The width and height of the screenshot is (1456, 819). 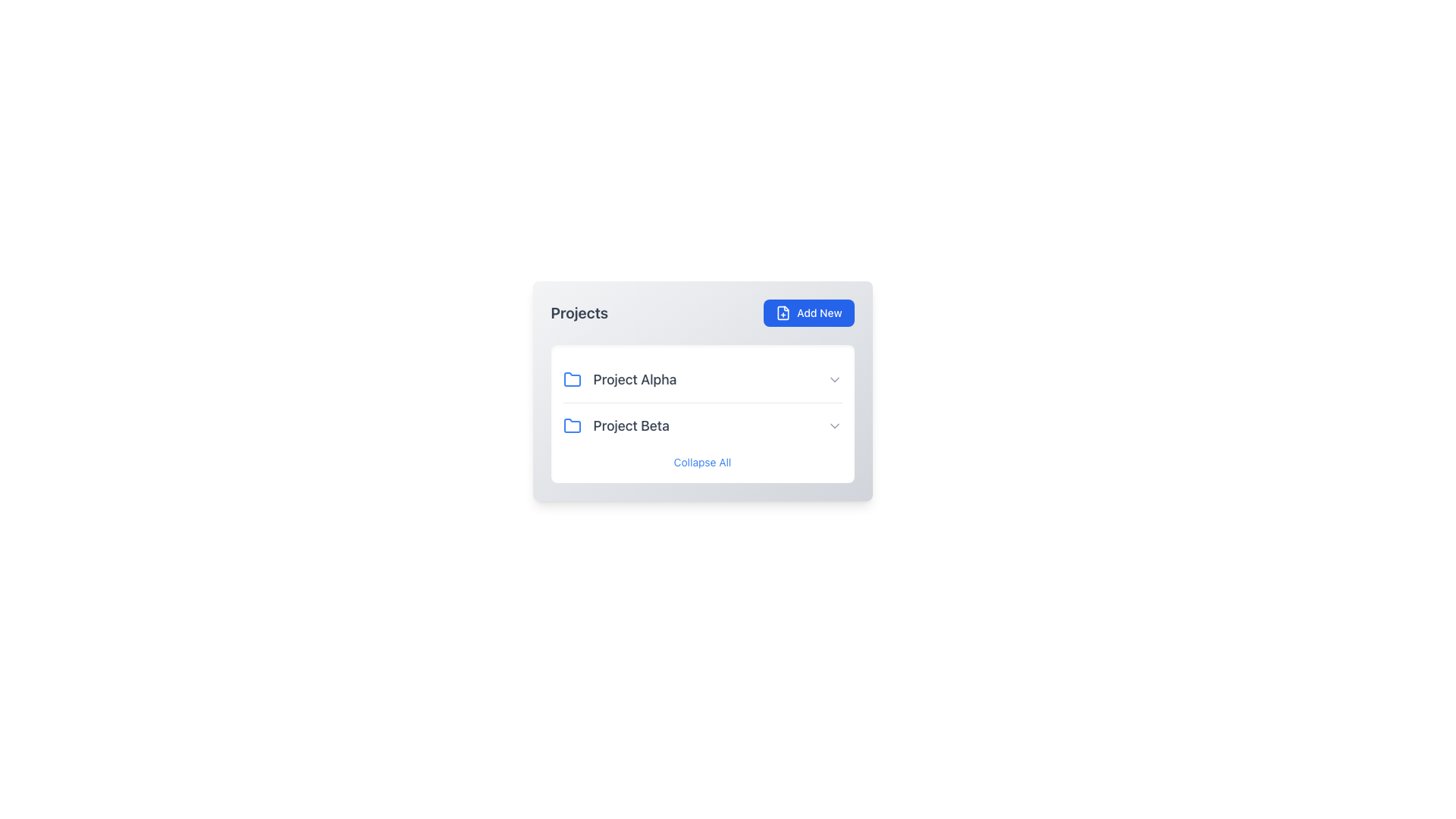 I want to click on the first selectable project entry labeled 'Project Alpha', so click(x=620, y=379).